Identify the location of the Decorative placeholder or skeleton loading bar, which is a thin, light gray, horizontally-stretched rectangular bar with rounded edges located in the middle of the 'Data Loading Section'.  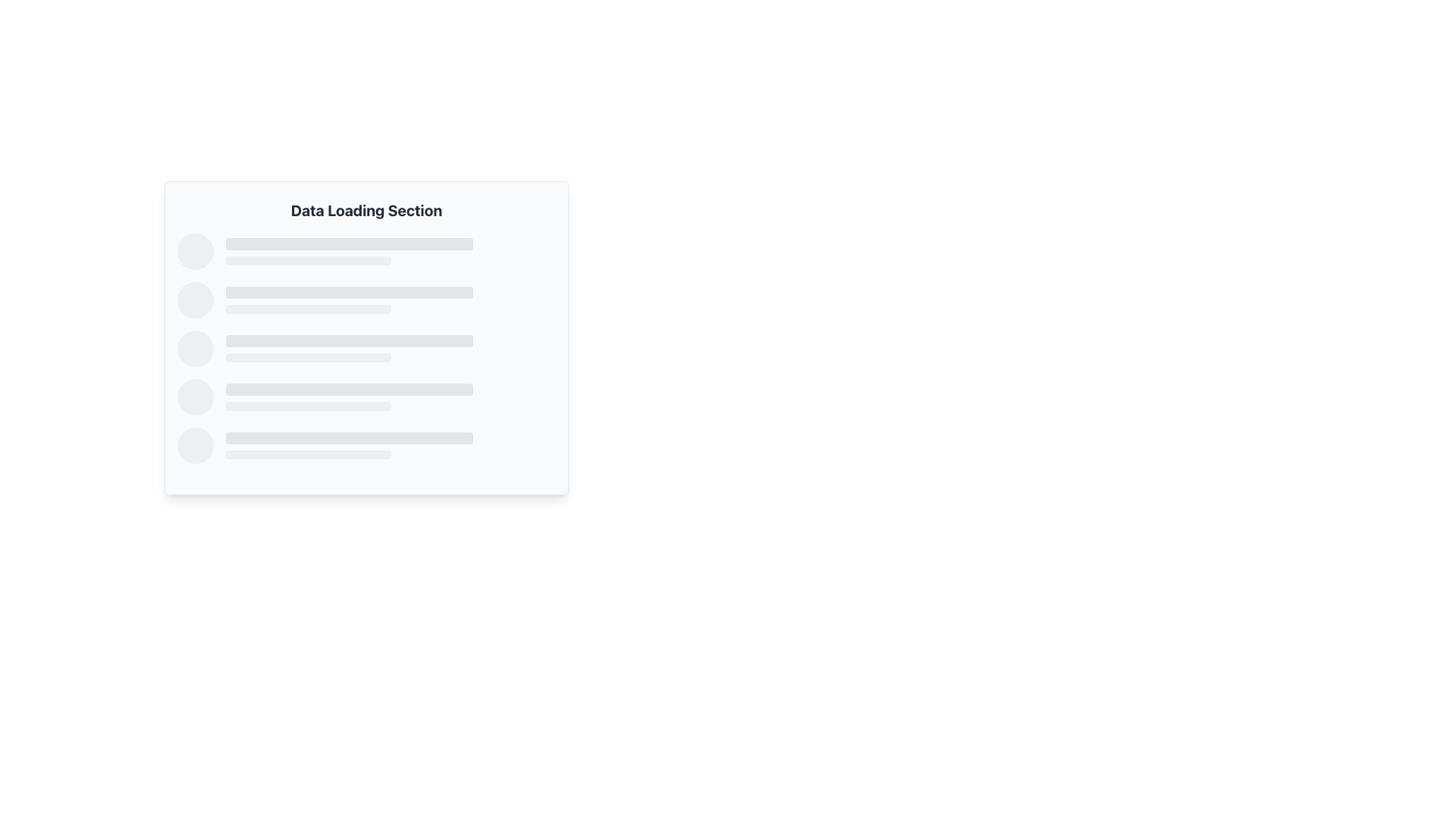
(307, 357).